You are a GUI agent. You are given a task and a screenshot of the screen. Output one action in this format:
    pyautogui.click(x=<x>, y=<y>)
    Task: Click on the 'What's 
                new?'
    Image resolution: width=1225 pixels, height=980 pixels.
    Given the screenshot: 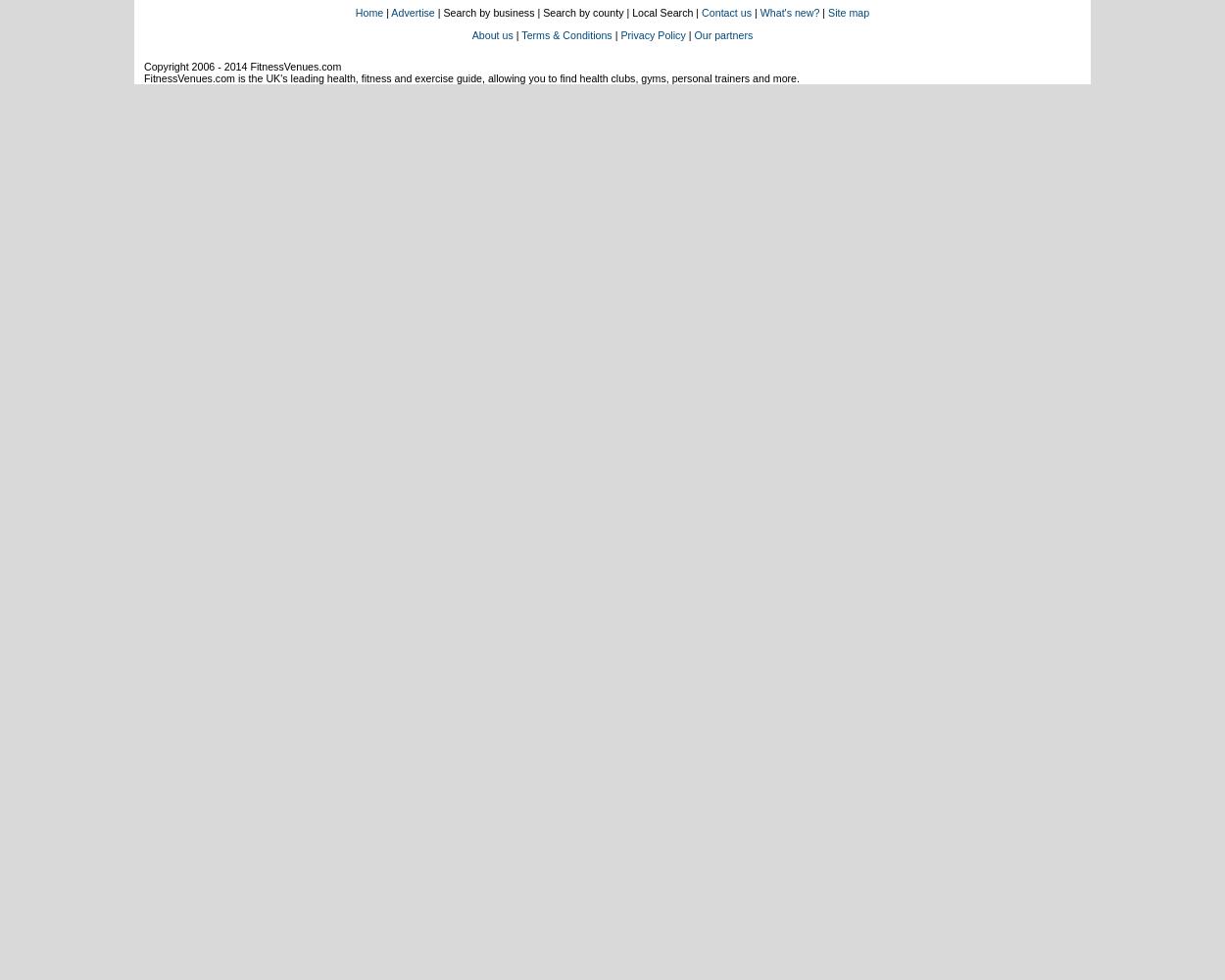 What is the action you would take?
    pyautogui.click(x=789, y=13)
    